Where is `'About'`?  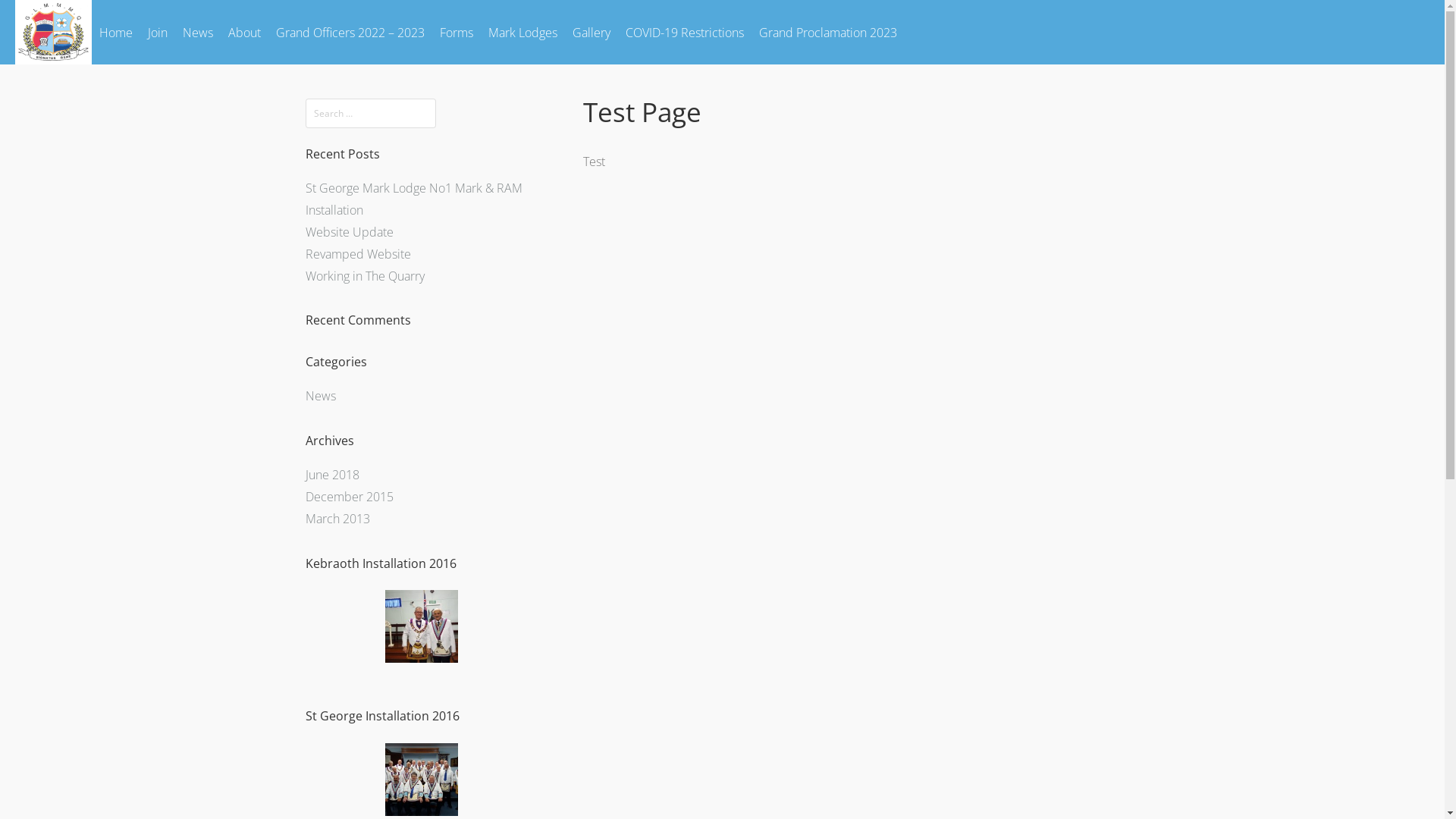 'About' is located at coordinates (220, 32).